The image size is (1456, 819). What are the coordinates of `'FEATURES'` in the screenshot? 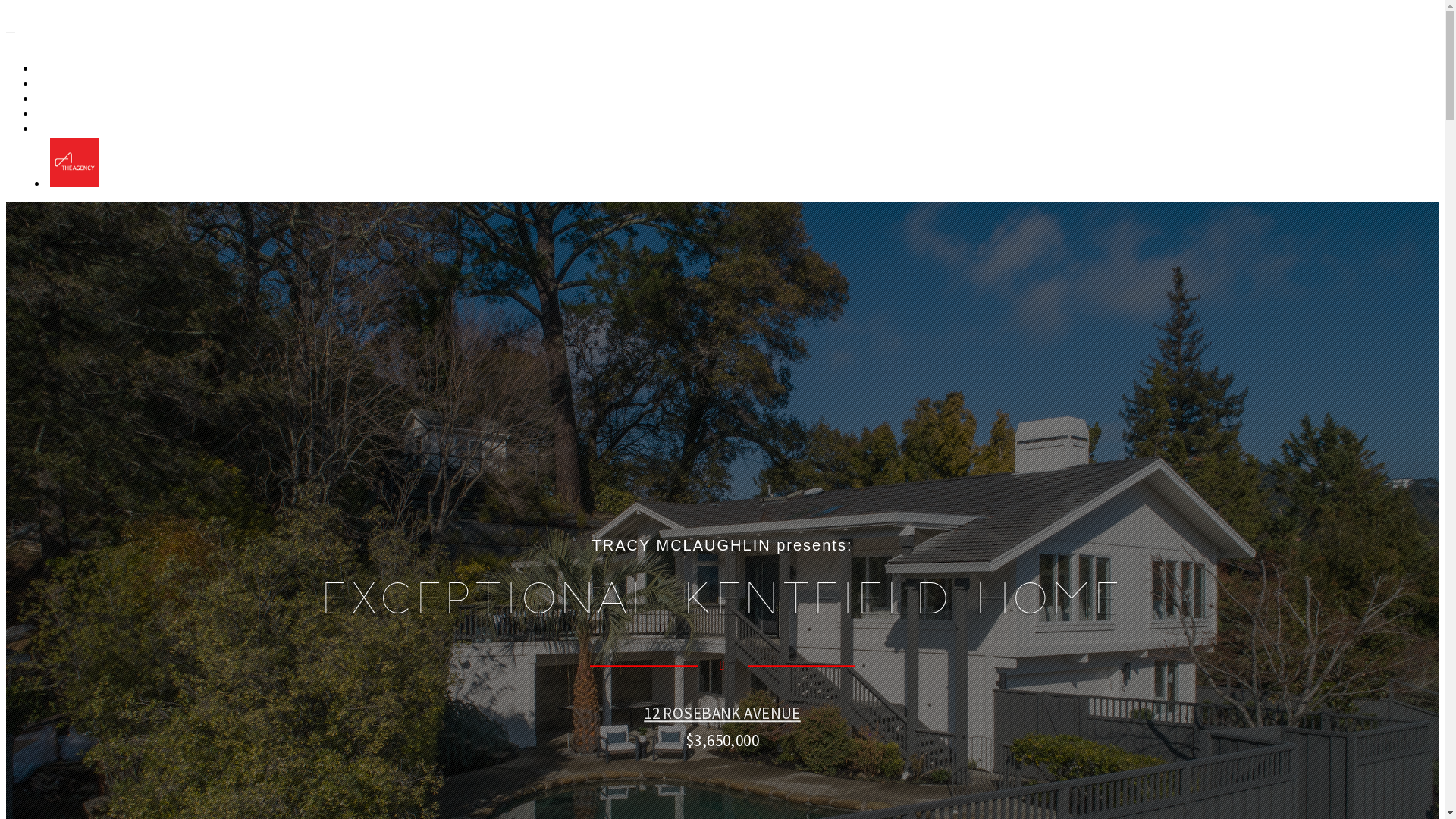 It's located at (69, 99).